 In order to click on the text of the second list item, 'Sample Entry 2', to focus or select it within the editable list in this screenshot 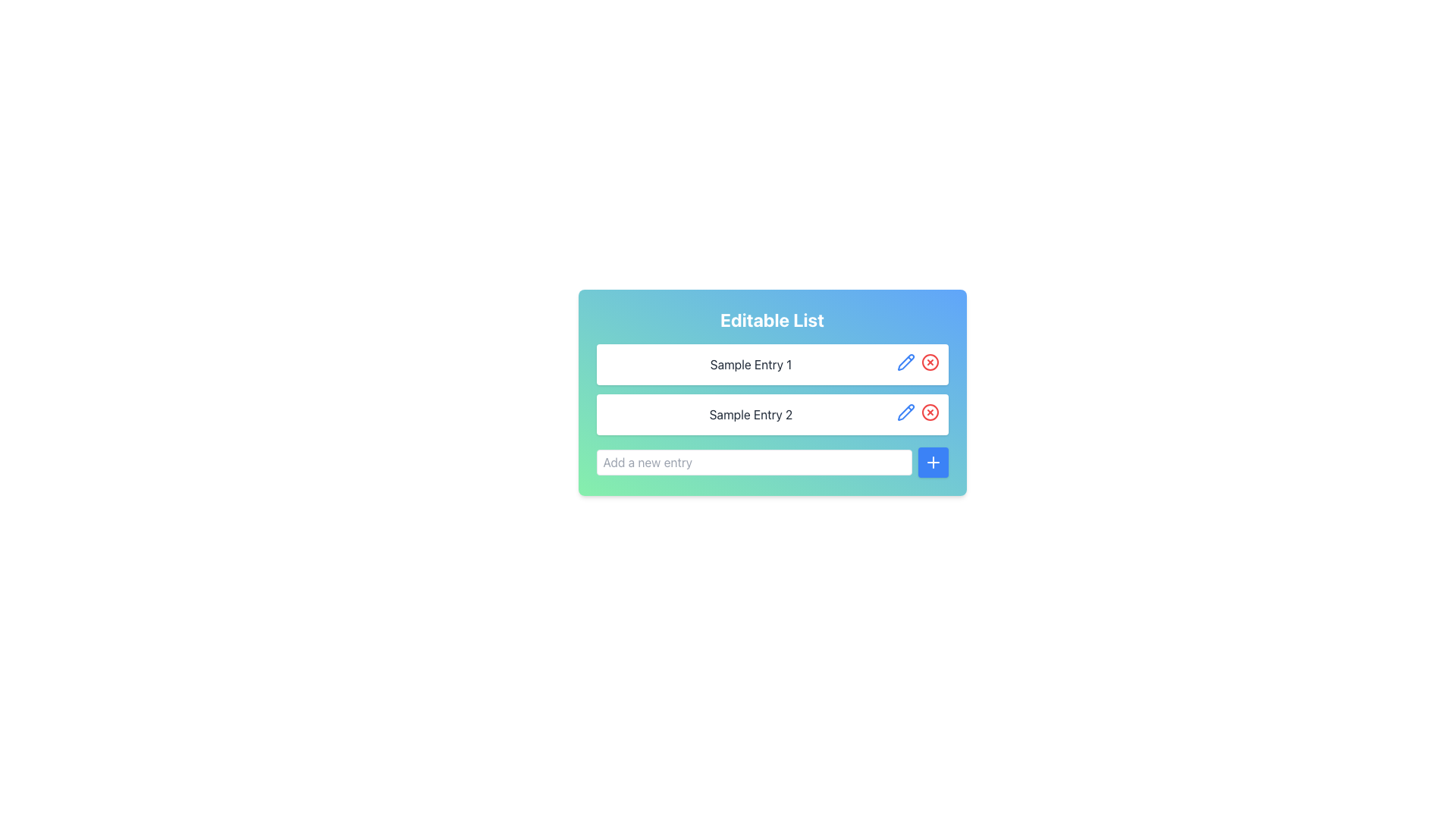, I will do `click(772, 415)`.